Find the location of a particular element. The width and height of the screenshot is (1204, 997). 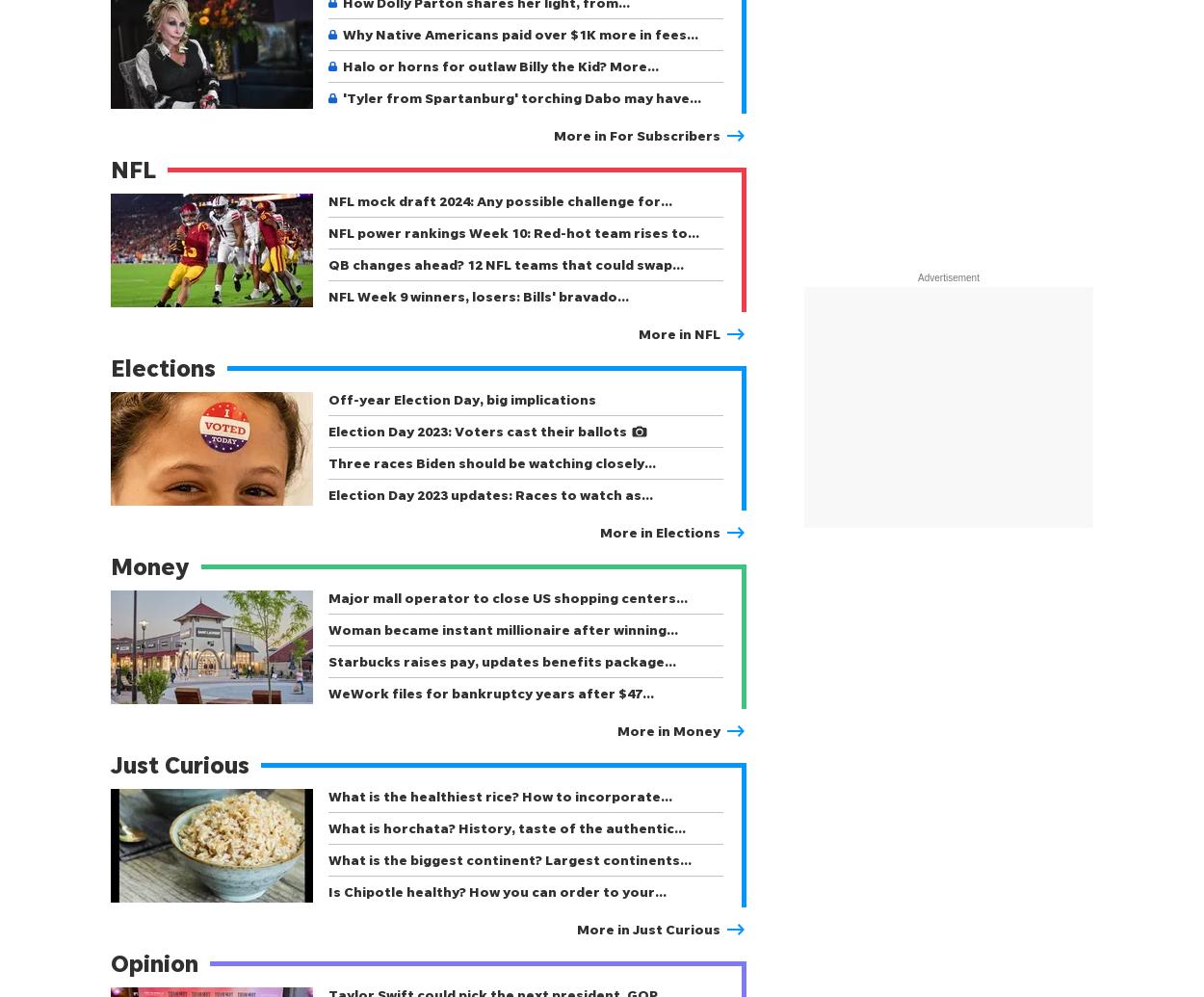

'More in Elections' is located at coordinates (660, 531).